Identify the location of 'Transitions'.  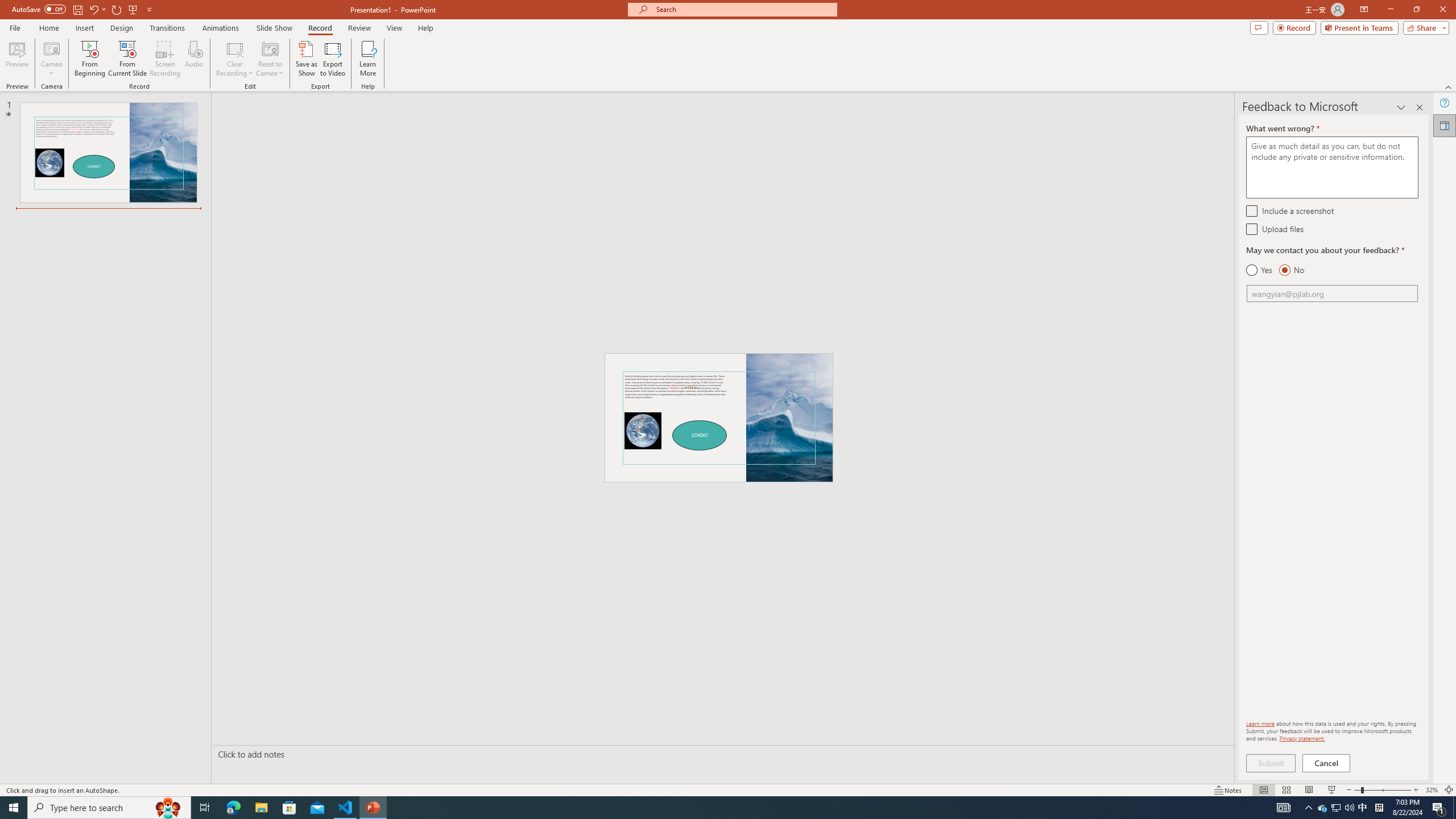
(167, 28).